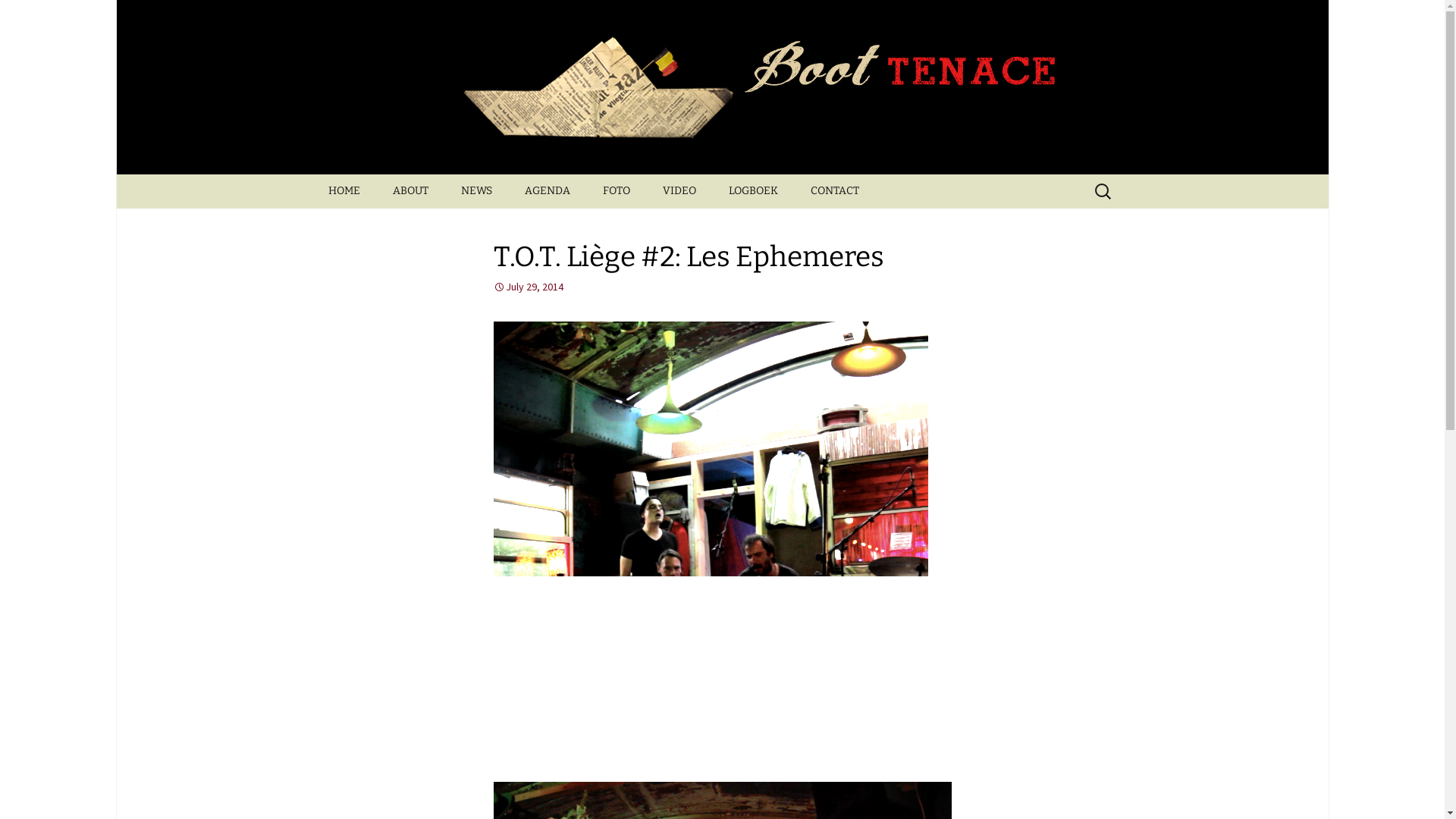 The width and height of the screenshot is (1456, 819). Describe the element at coordinates (510, 190) in the screenshot. I see `'AGENDA'` at that location.